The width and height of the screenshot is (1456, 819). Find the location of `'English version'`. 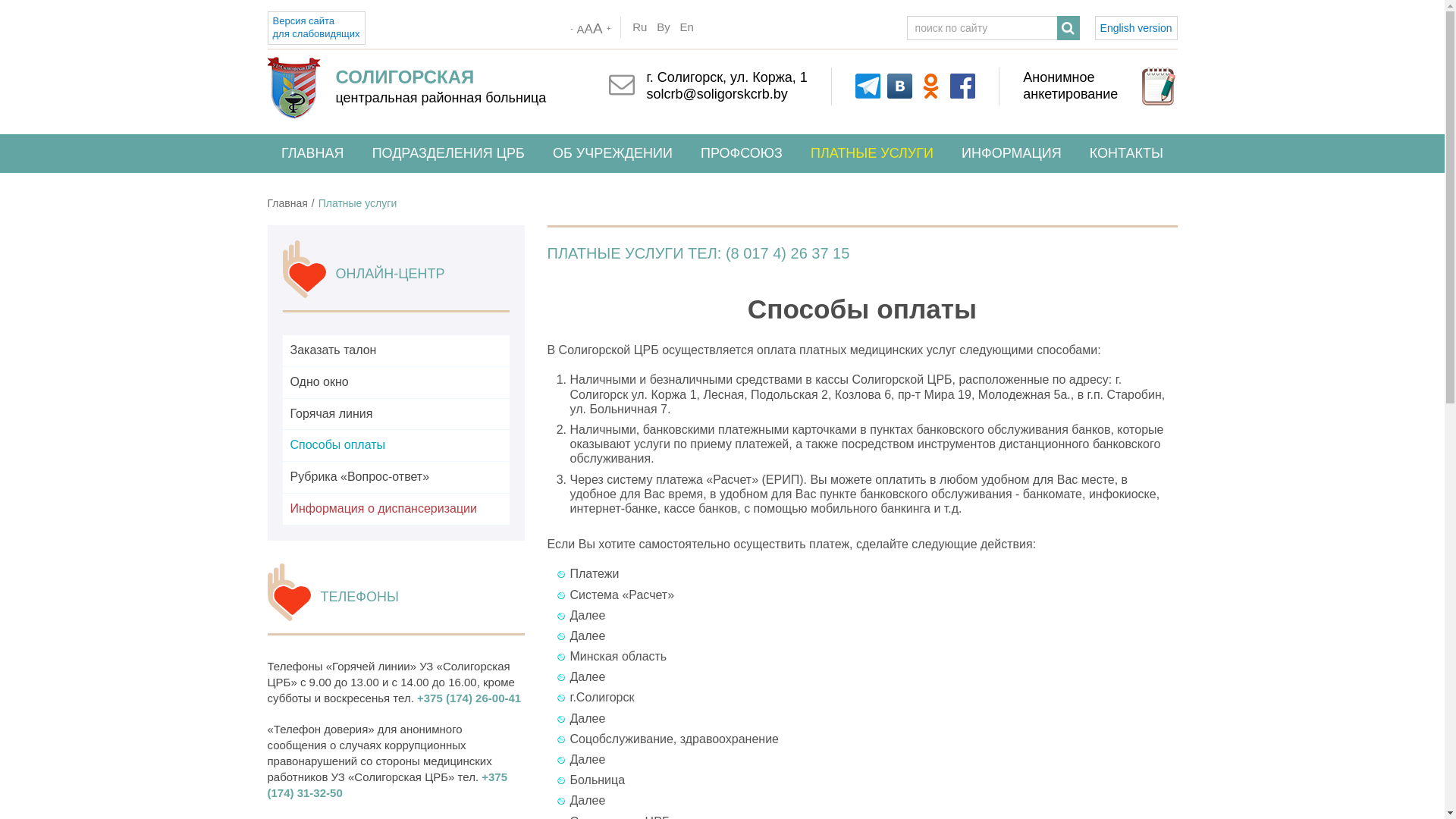

'English version' is located at coordinates (1100, 28).